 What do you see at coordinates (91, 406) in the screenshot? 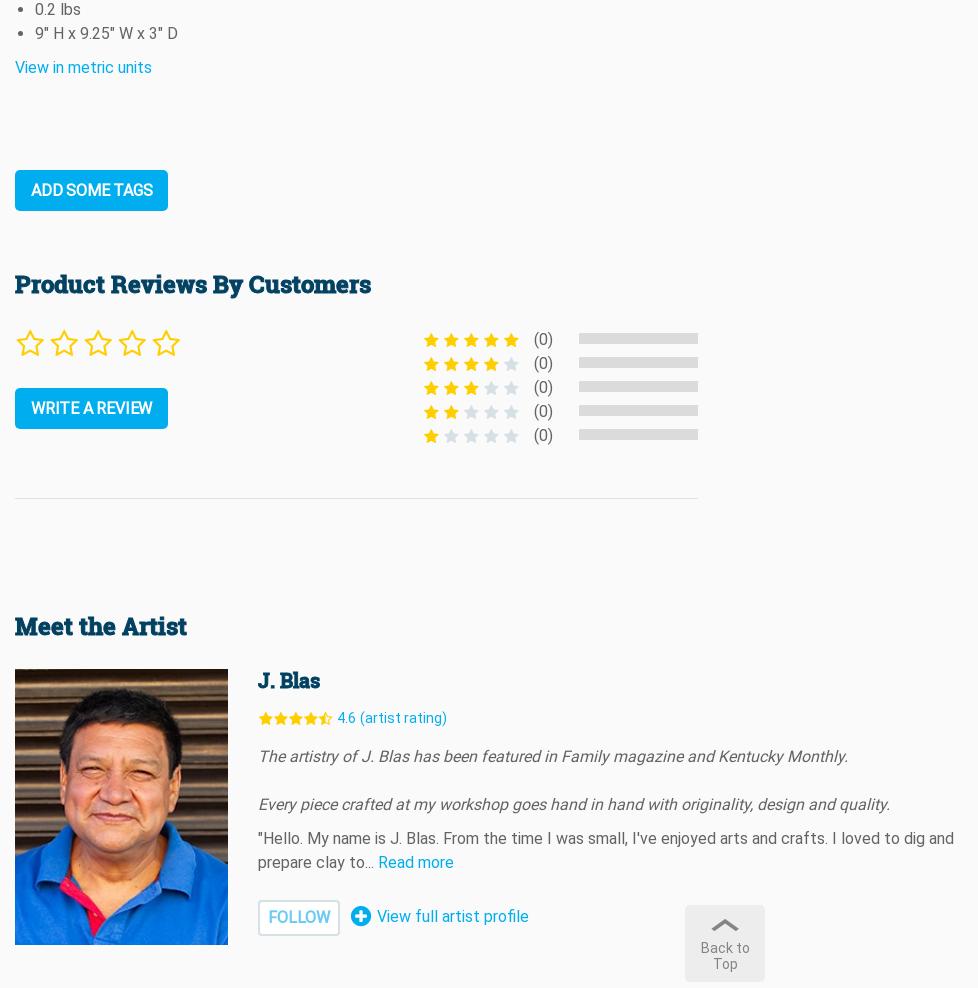
I see `'WRITE A REVIEW'` at bounding box center [91, 406].